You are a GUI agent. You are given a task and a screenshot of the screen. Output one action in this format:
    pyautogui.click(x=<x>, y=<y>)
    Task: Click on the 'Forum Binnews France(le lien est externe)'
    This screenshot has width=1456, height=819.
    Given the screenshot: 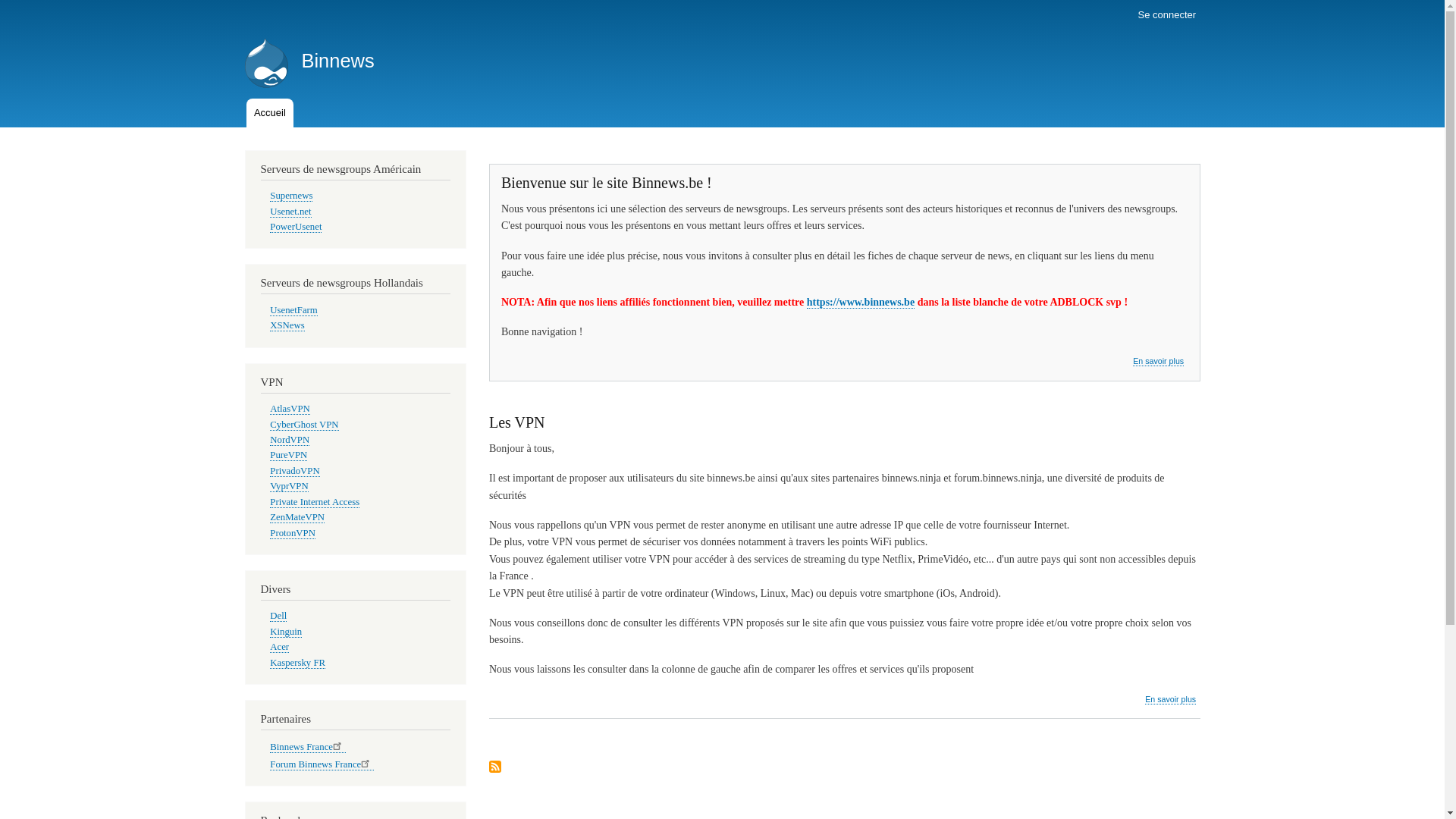 What is the action you would take?
    pyautogui.click(x=269, y=764)
    